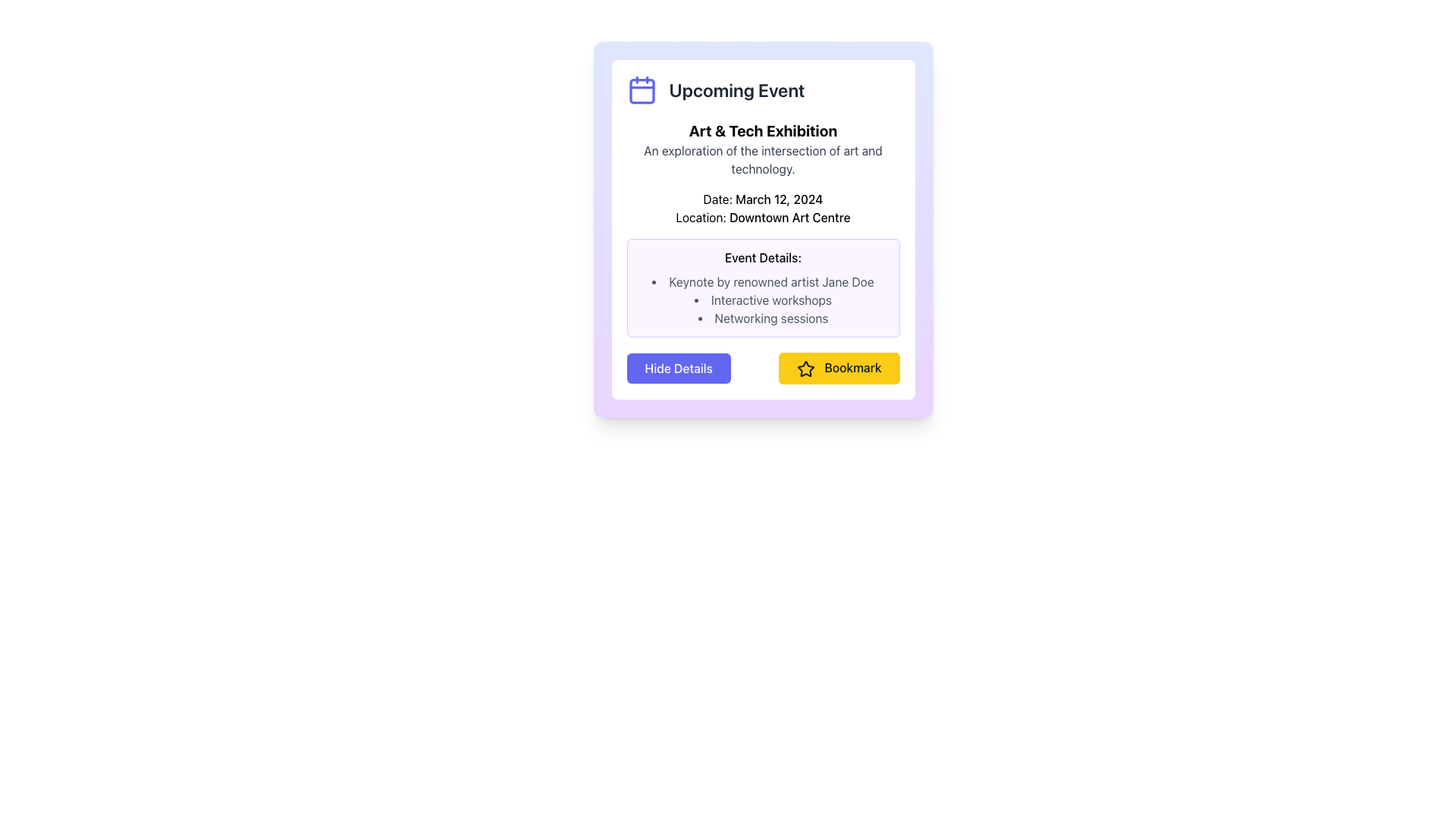 The image size is (1456, 819). What do you see at coordinates (789, 217) in the screenshot?
I see `text content of the Text label that conveys the name of the location relevant to the event described in the card, positioned under the 'Location:' label` at bounding box center [789, 217].